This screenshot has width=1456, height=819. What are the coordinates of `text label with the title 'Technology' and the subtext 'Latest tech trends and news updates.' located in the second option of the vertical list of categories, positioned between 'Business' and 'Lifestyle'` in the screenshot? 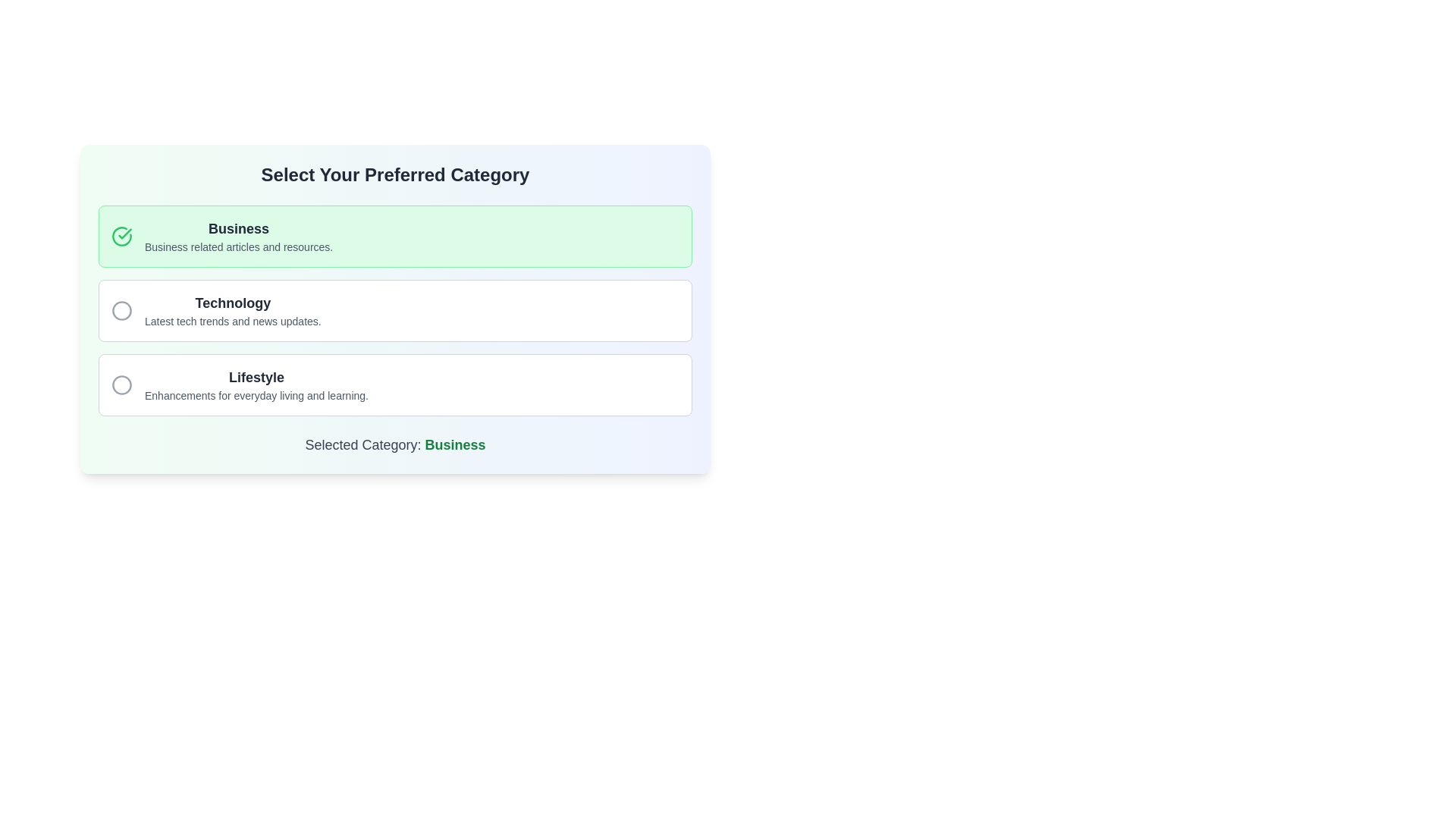 It's located at (232, 309).